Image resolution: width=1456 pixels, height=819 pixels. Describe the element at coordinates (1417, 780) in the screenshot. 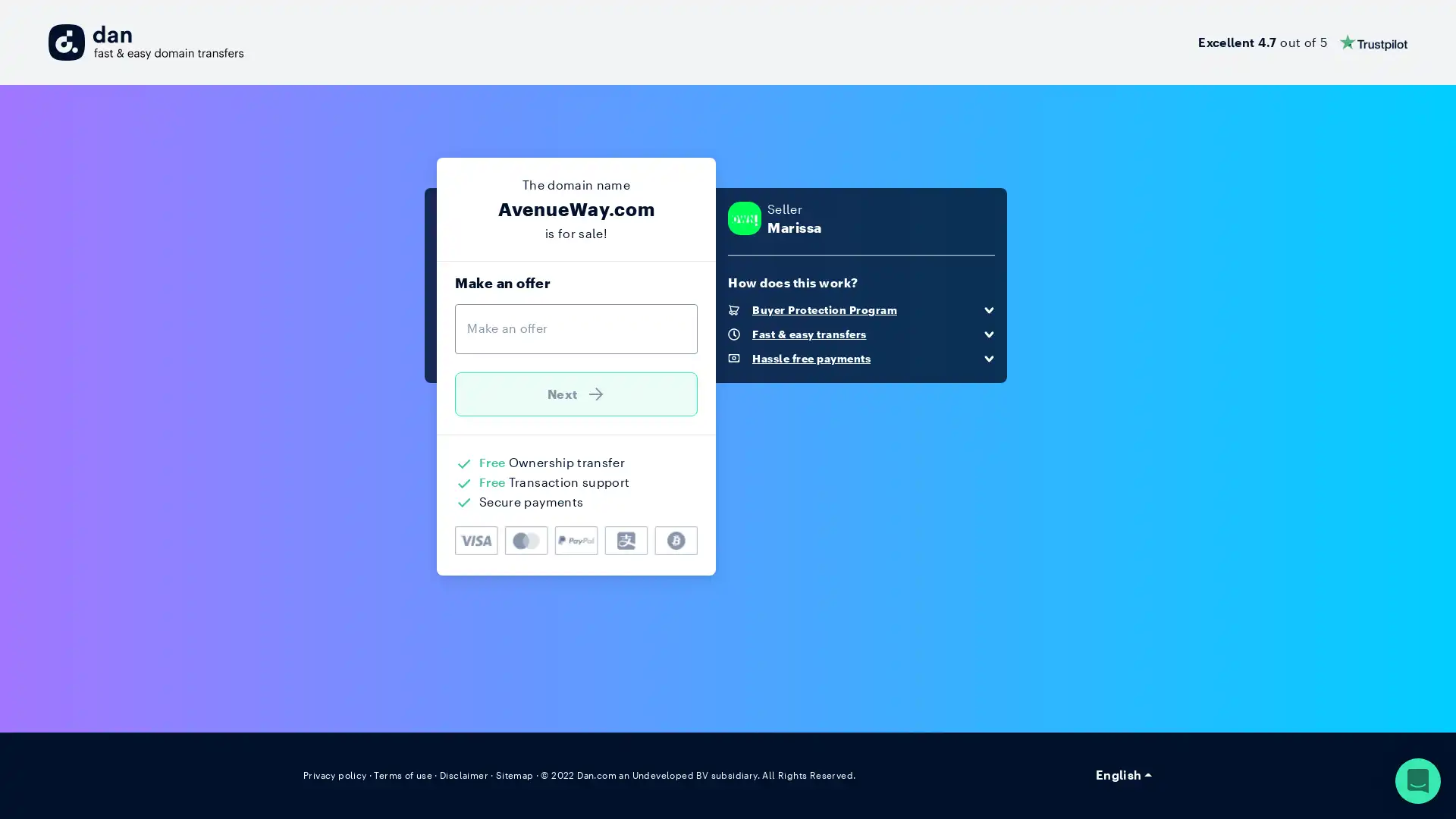

I see `Open Intercom Messenger` at that location.